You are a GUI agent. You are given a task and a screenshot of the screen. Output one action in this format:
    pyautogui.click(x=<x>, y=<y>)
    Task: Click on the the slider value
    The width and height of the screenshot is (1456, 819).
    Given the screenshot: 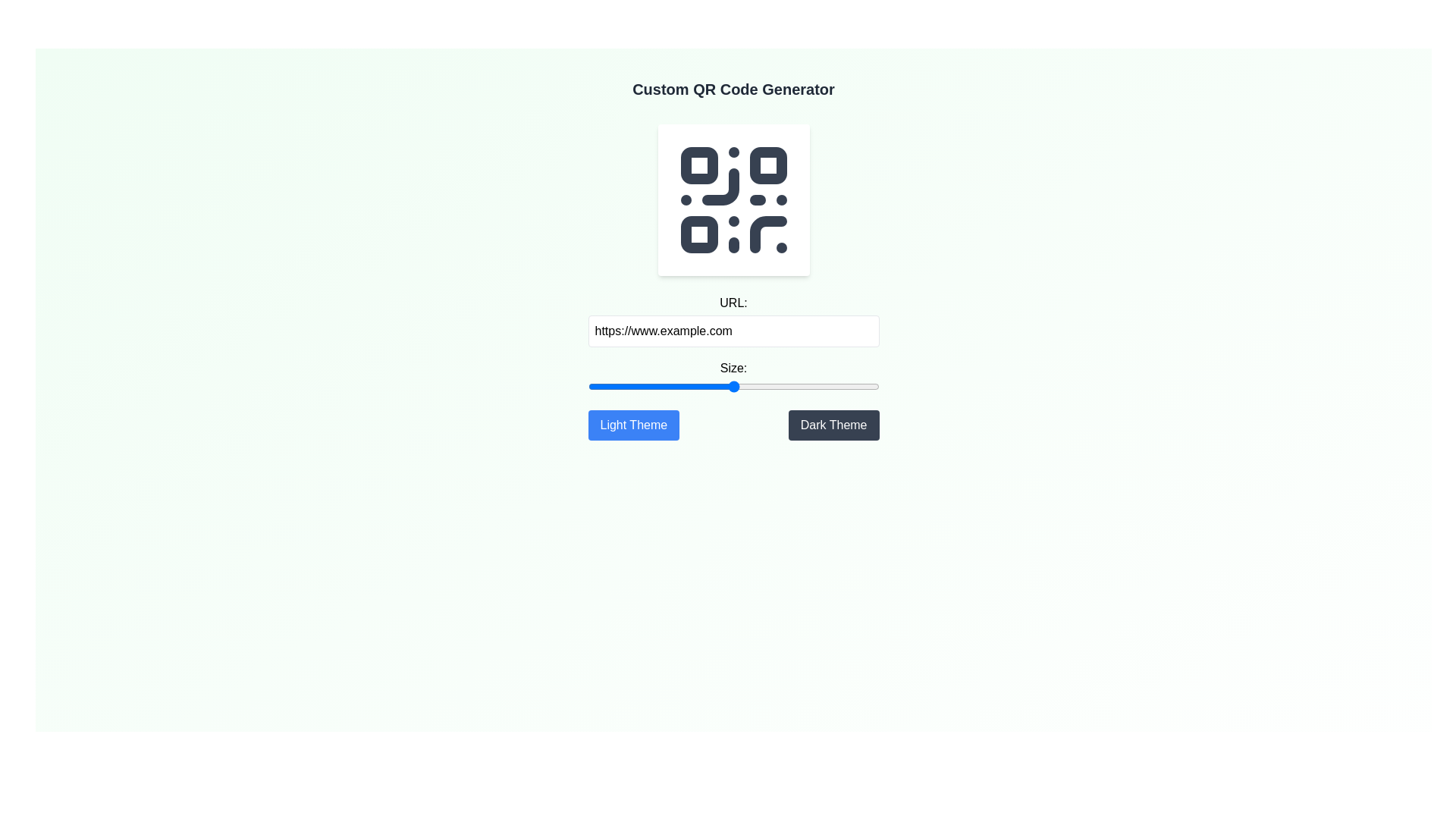 What is the action you would take?
    pyautogui.click(x=624, y=385)
    